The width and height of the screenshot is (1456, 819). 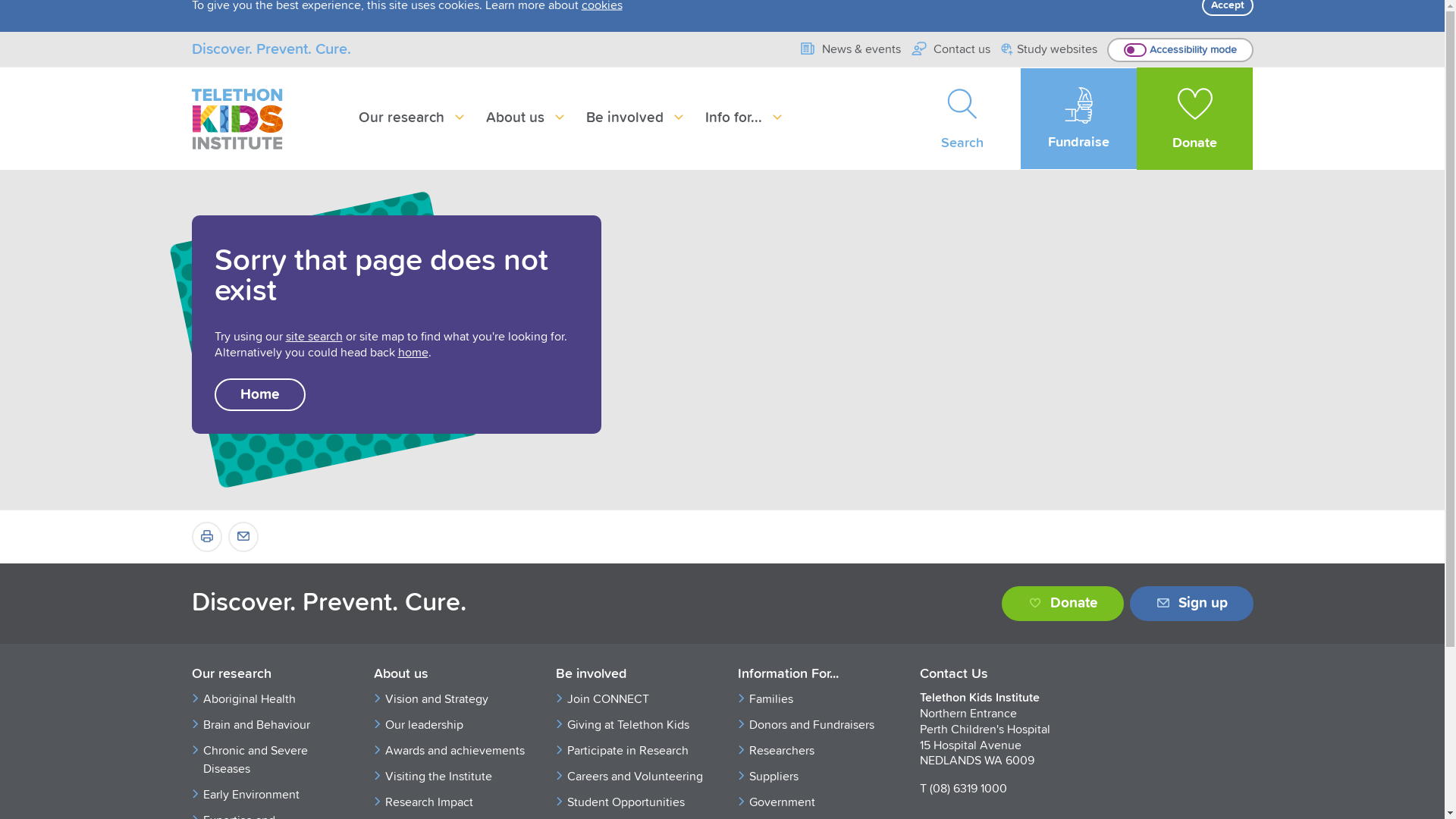 What do you see at coordinates (849, 49) in the screenshot?
I see `'News & events'` at bounding box center [849, 49].